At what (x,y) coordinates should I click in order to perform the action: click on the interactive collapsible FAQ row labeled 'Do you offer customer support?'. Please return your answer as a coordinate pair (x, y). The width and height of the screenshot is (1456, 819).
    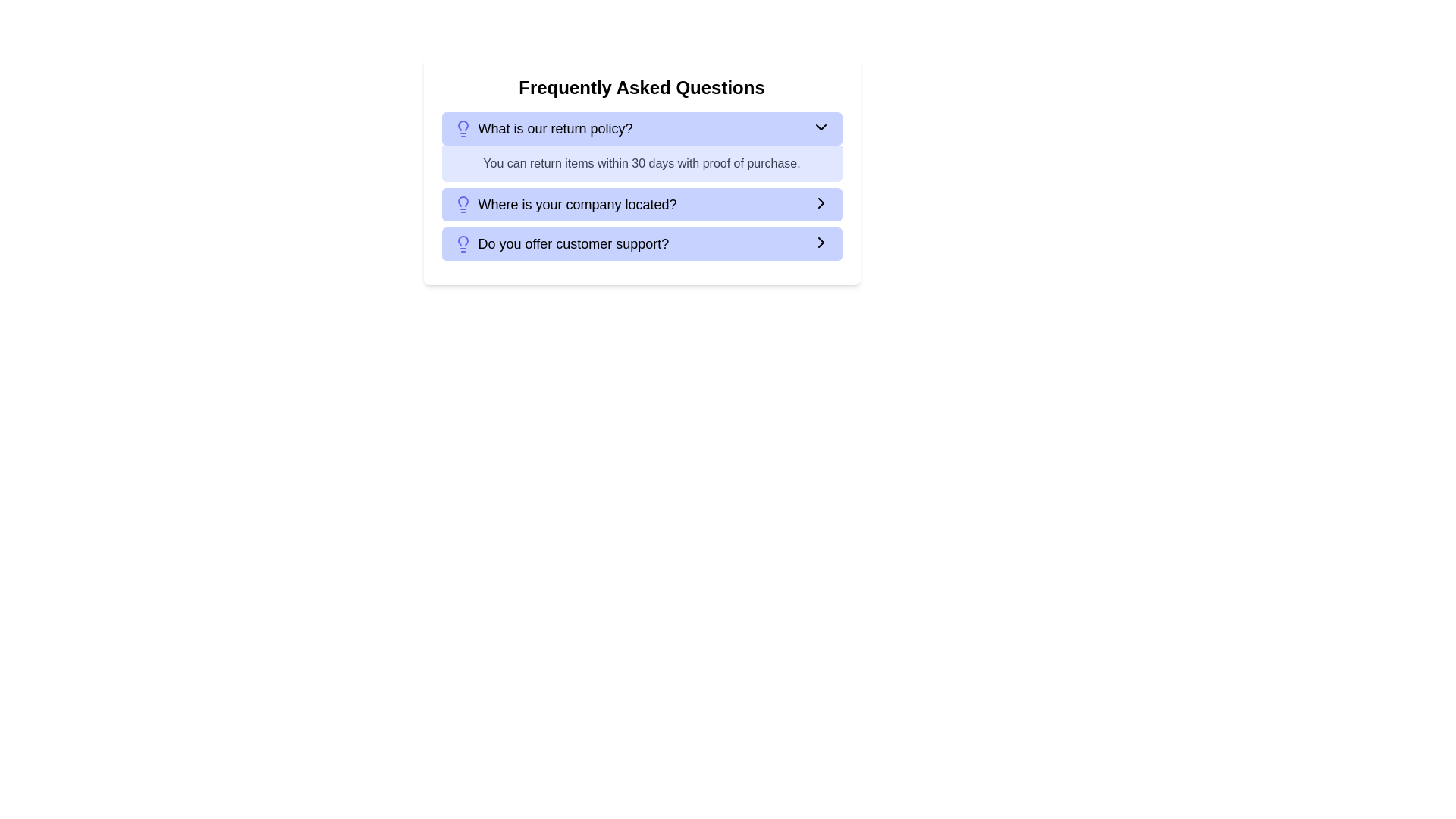
    Looking at the image, I should click on (642, 243).